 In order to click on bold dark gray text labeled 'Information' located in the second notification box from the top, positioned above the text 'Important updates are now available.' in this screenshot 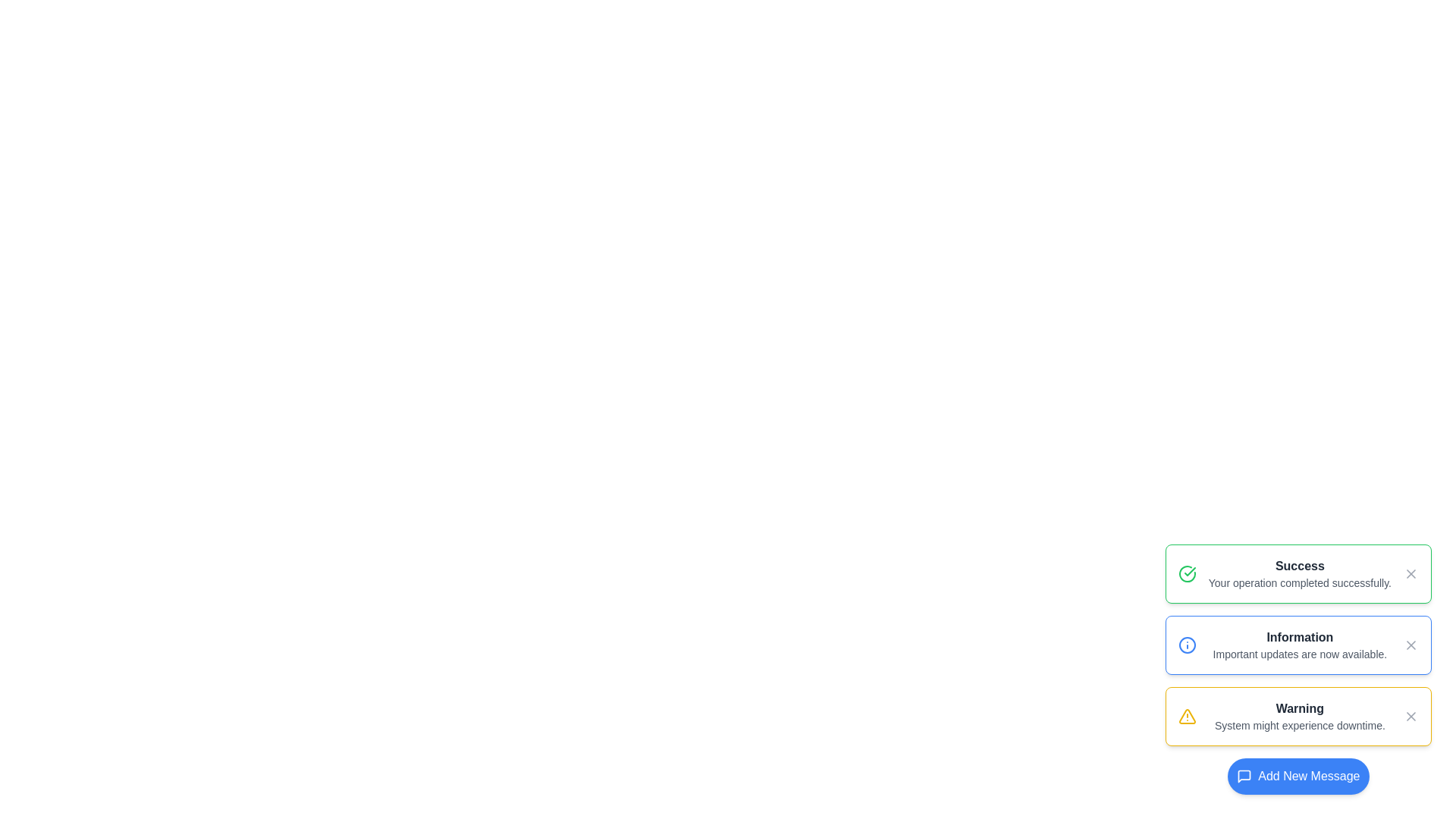, I will do `click(1299, 637)`.